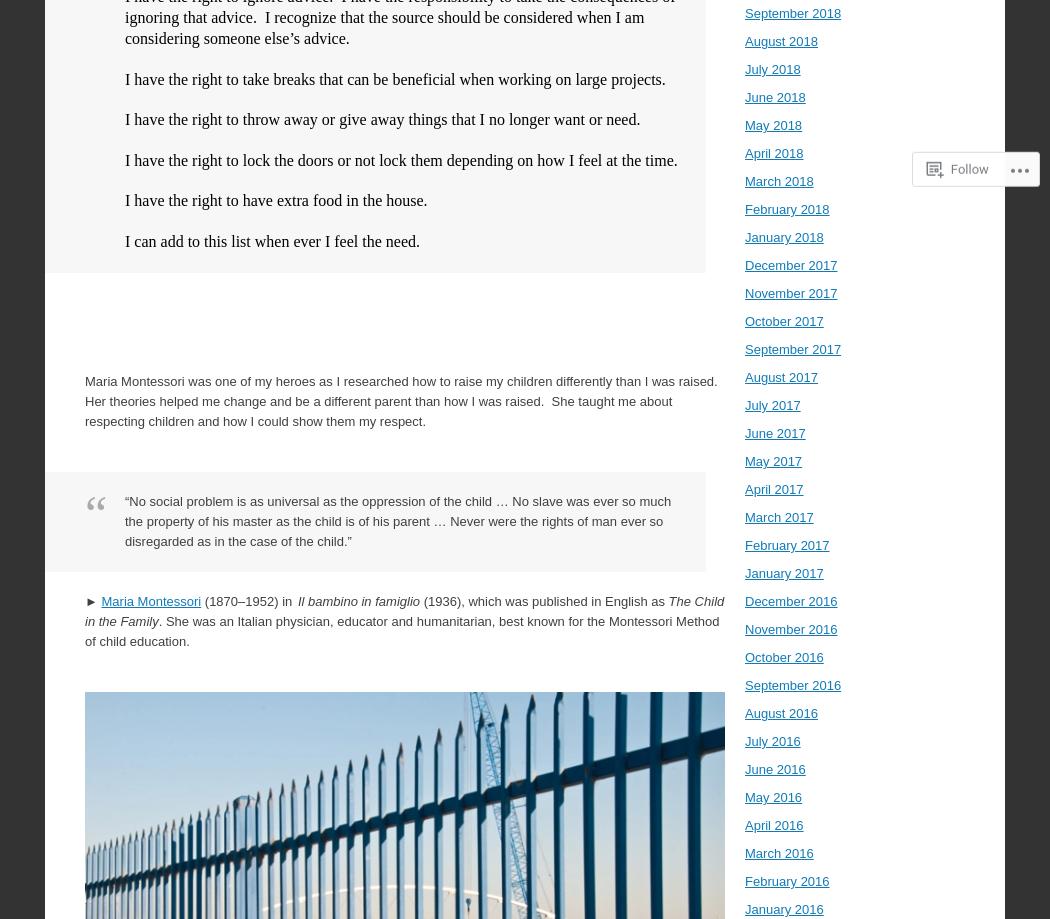  What do you see at coordinates (784, 320) in the screenshot?
I see `'October 2017'` at bounding box center [784, 320].